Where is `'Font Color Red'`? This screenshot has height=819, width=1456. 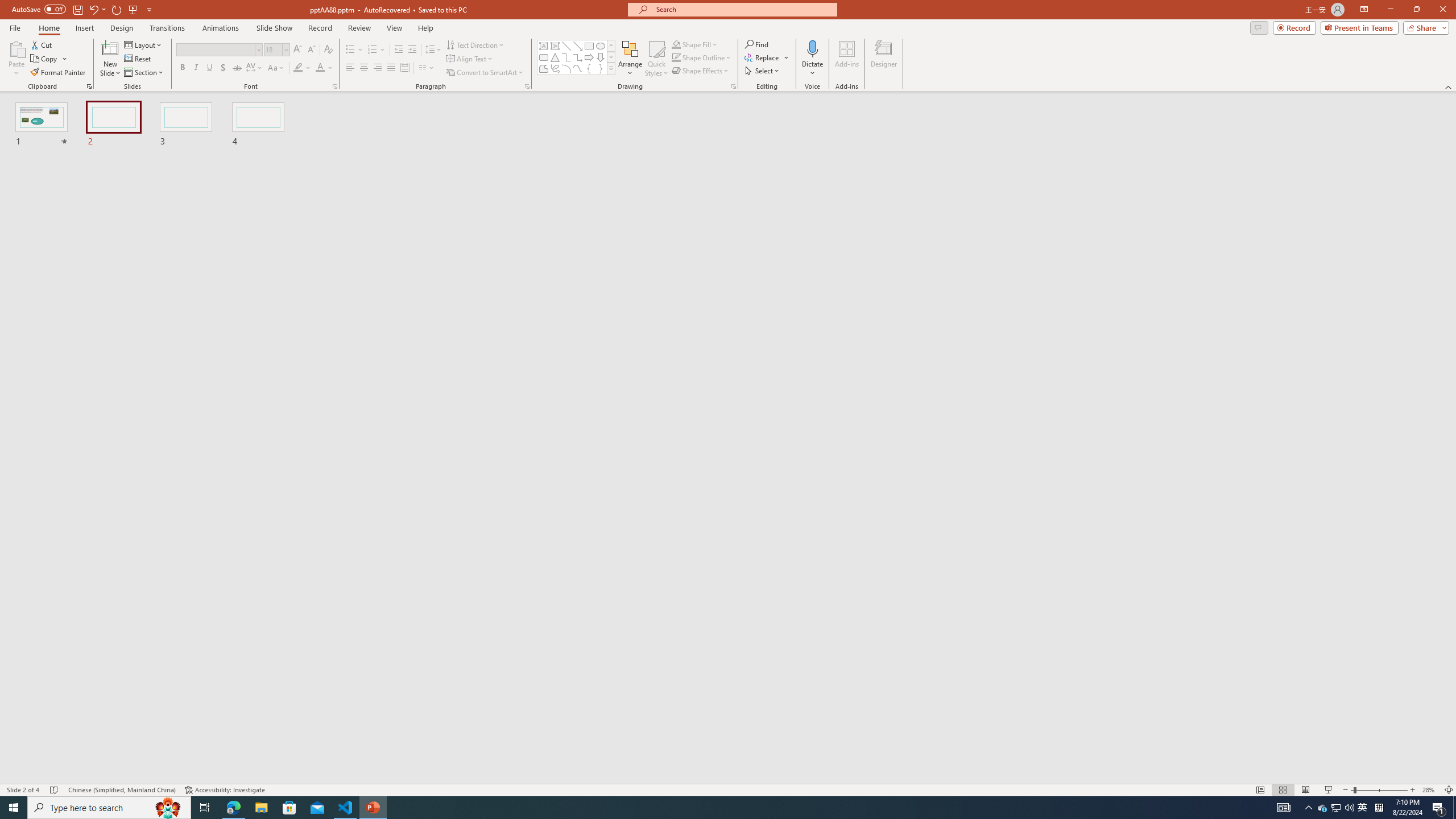 'Font Color Red' is located at coordinates (320, 67).